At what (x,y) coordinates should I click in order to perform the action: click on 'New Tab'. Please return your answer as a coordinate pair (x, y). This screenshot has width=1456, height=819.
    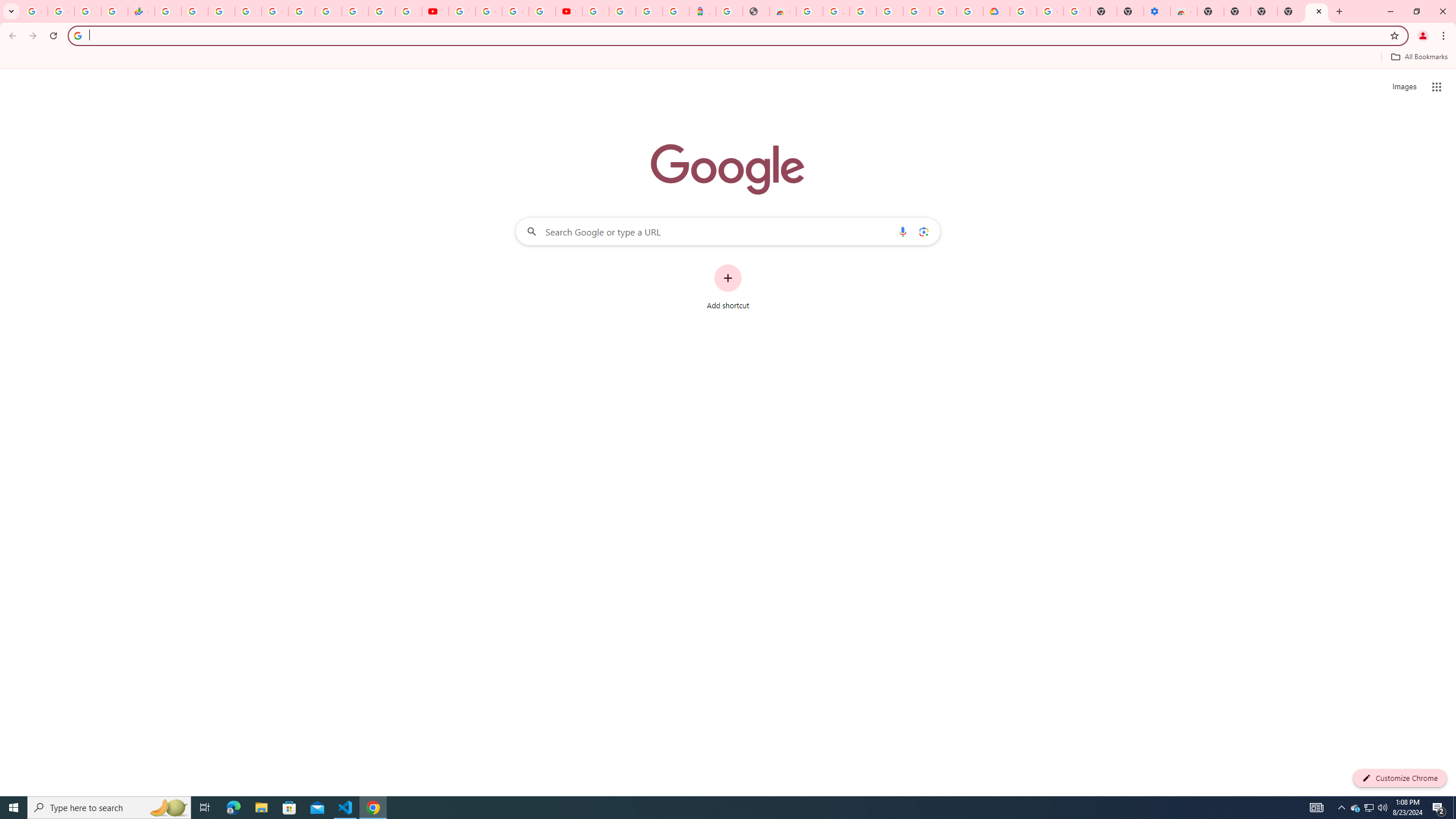
    Looking at the image, I should click on (1317, 11).